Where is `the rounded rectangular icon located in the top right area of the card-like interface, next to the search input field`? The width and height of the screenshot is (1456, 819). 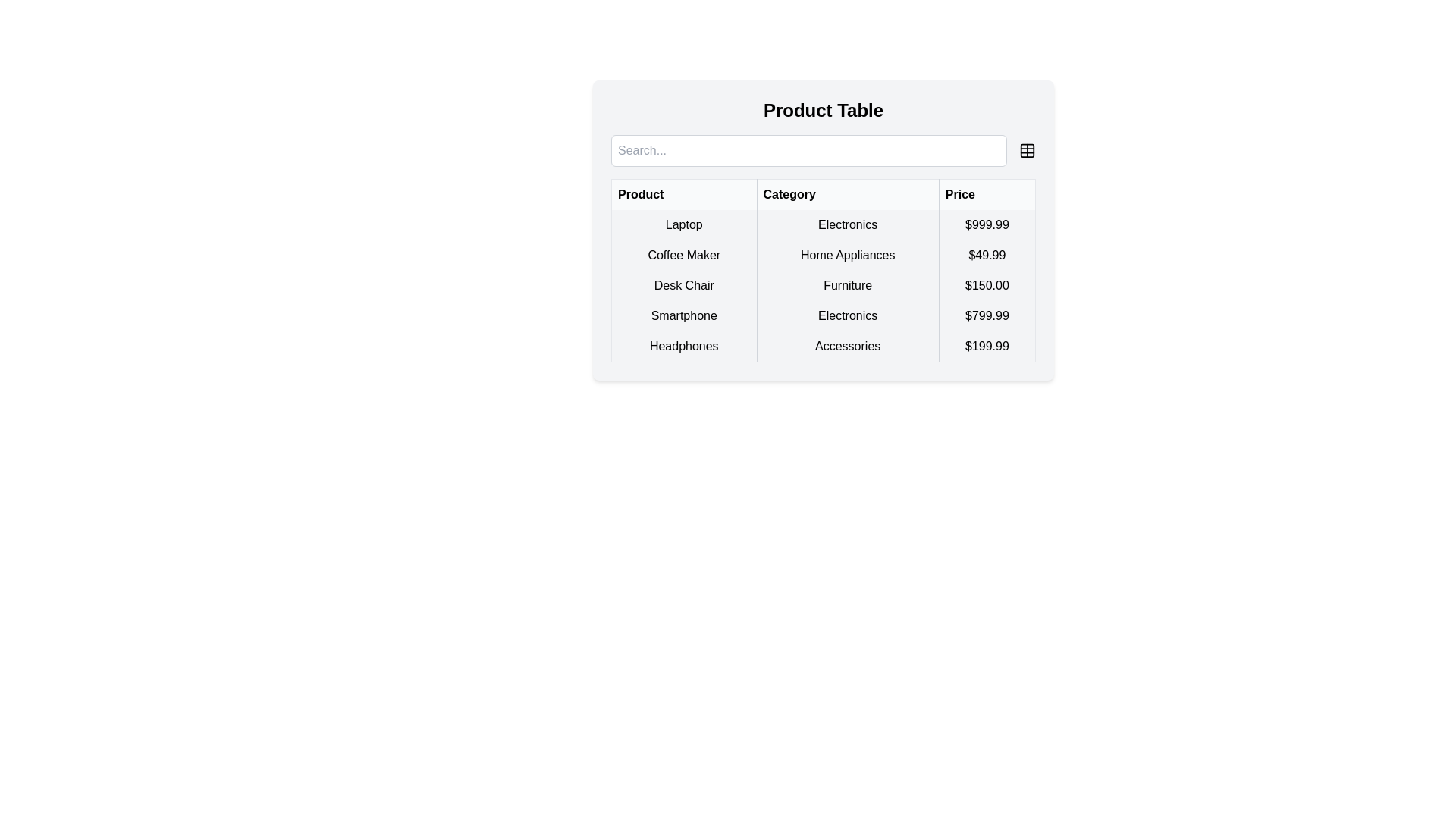 the rounded rectangular icon located in the top right area of the card-like interface, next to the search input field is located at coordinates (1027, 151).